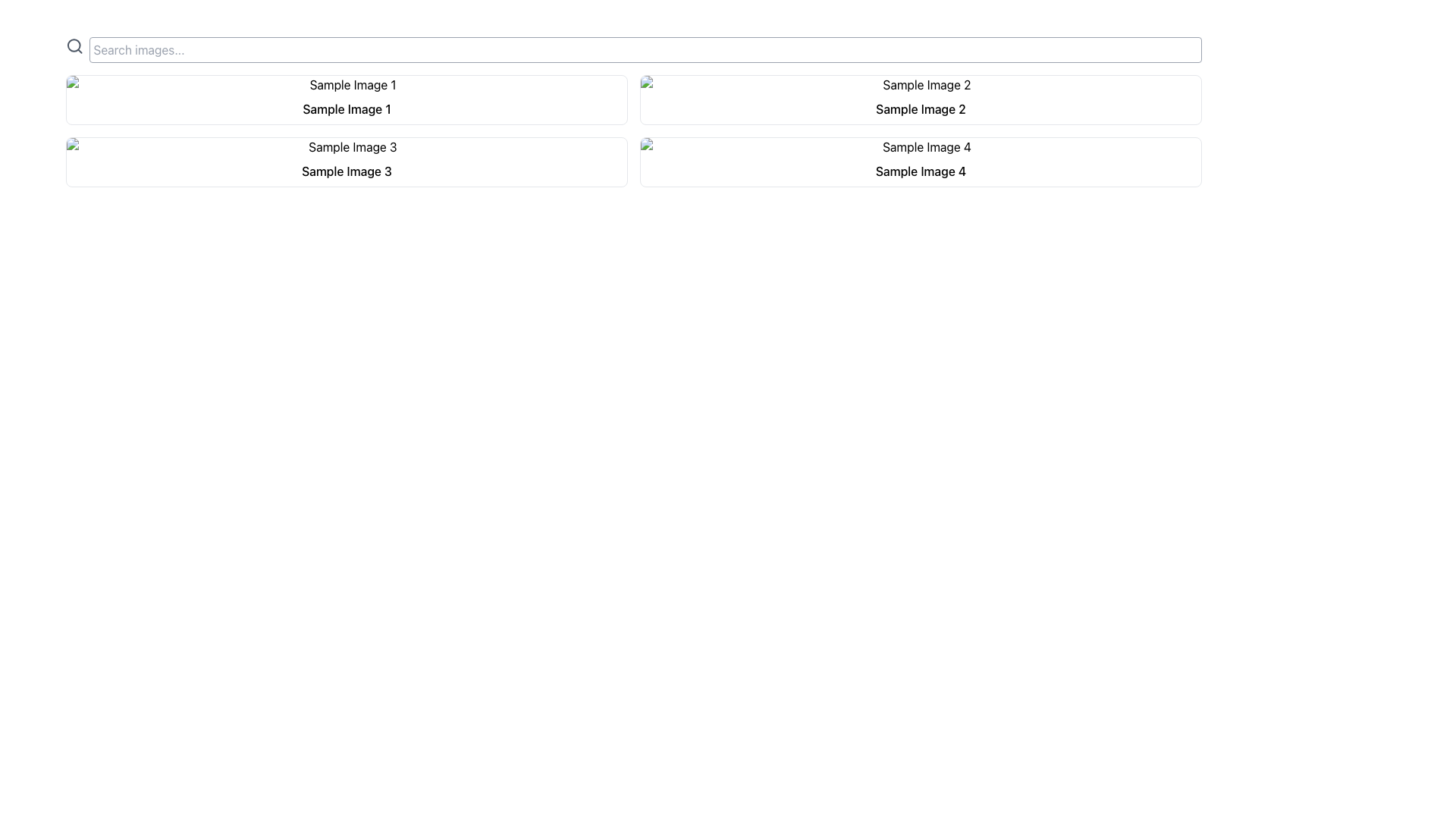 This screenshot has width=1456, height=819. I want to click on the Card element located in the second row and first column of the grid layout, so click(346, 162).